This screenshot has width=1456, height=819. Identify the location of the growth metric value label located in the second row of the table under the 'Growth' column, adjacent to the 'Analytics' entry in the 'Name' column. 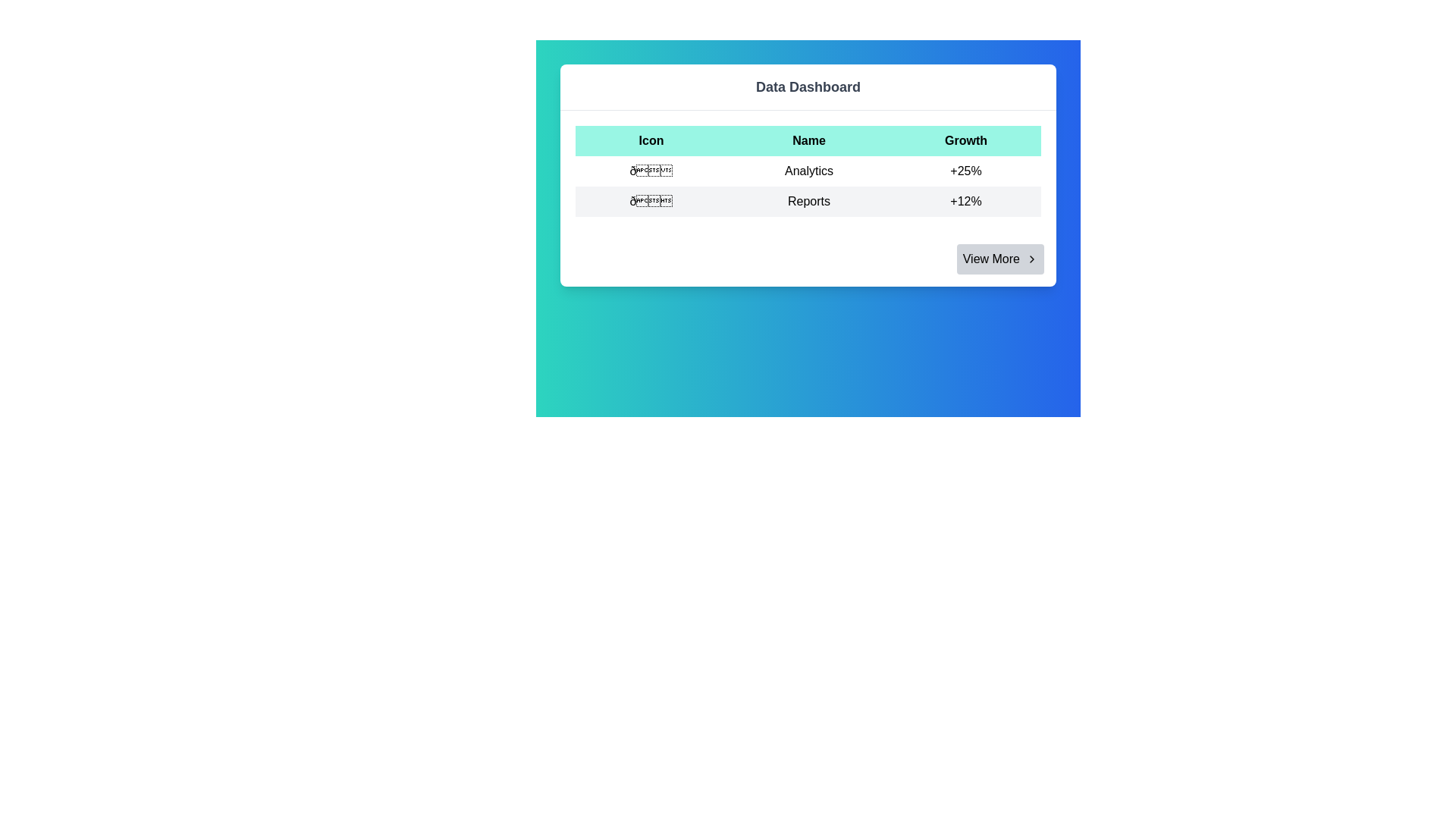
(965, 171).